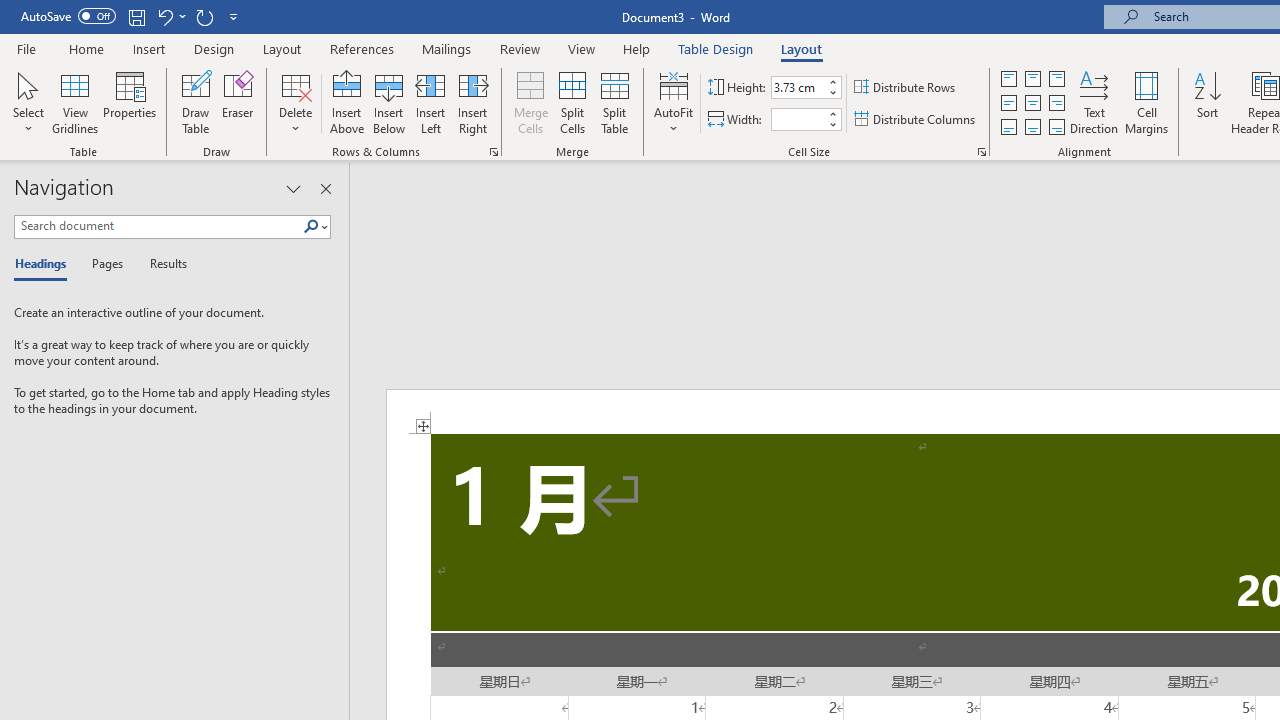  What do you see at coordinates (1032, 127) in the screenshot?
I see `'Align Bottom Center'` at bounding box center [1032, 127].